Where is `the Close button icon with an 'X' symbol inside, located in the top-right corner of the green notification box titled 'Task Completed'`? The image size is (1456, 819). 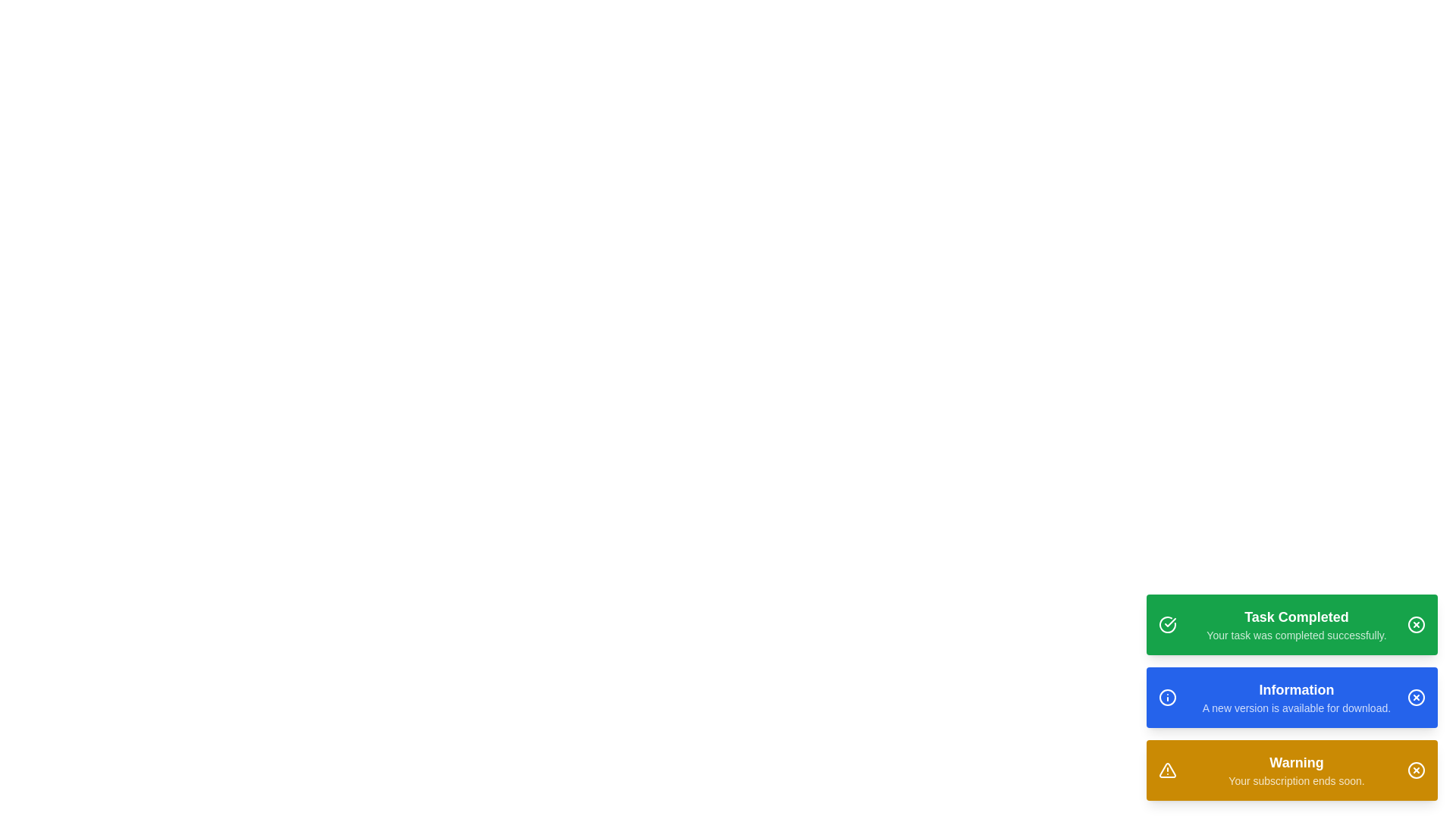 the Close button icon with an 'X' symbol inside, located in the top-right corner of the green notification box titled 'Task Completed' is located at coordinates (1415, 625).